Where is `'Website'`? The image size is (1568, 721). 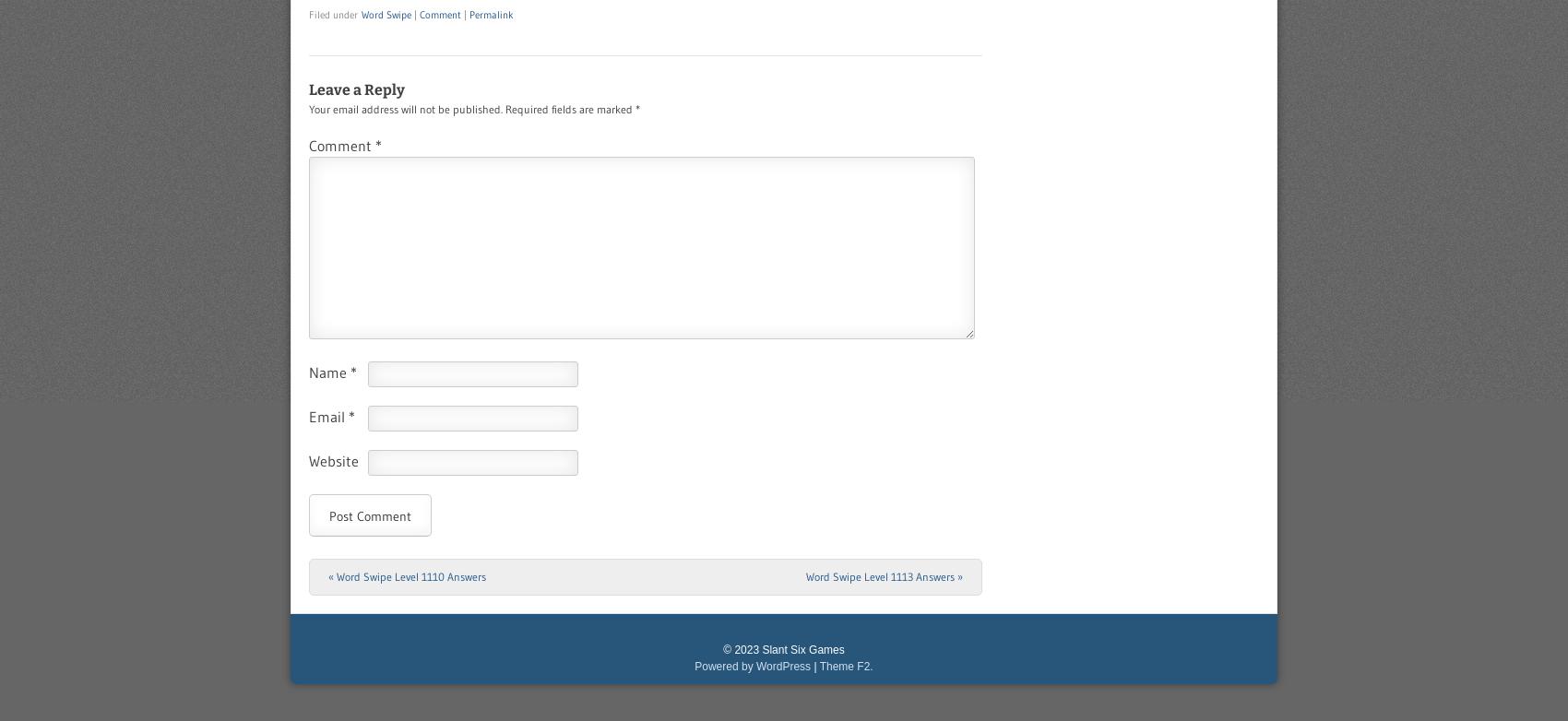
'Website' is located at coordinates (332, 461).